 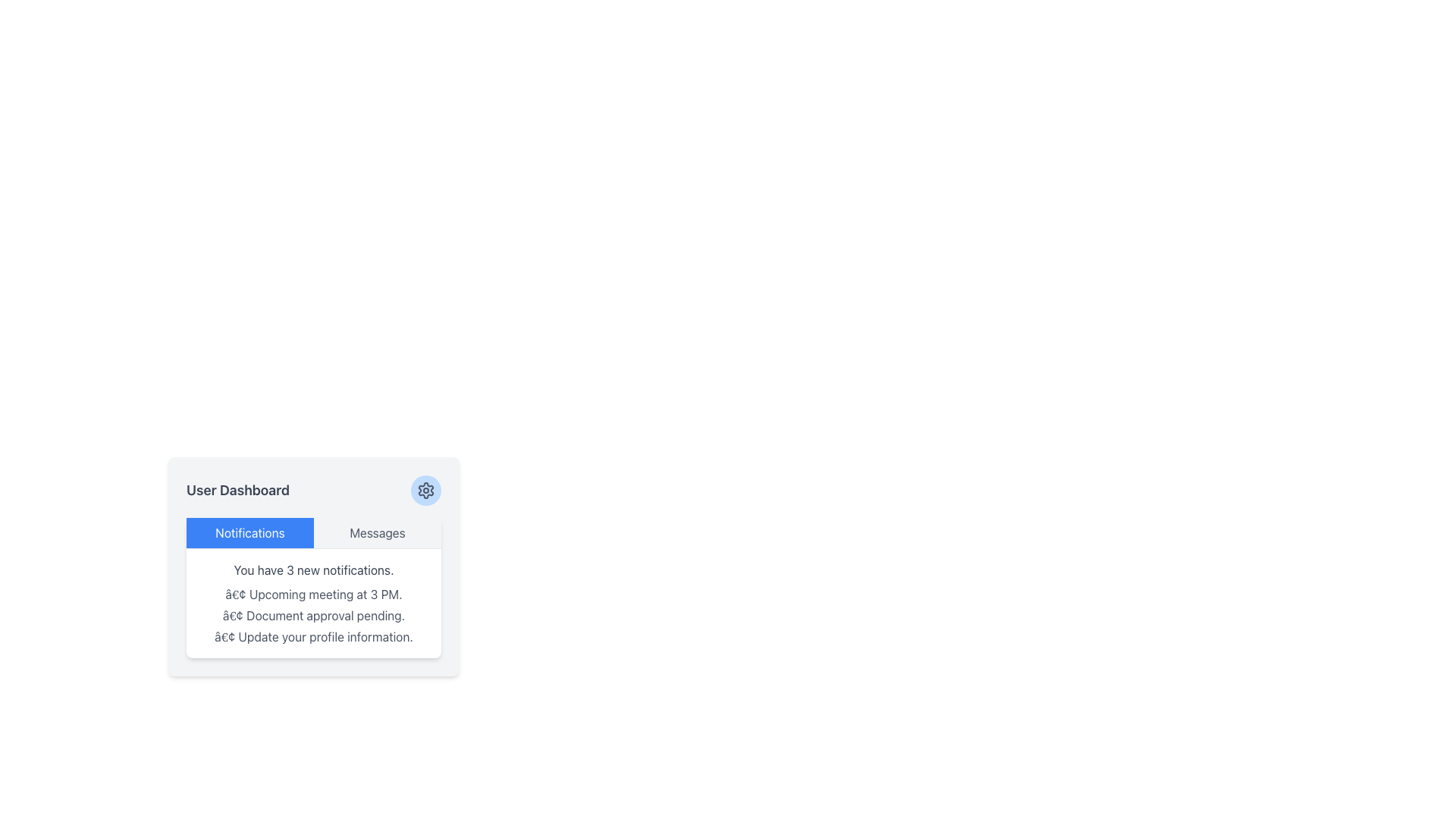 I want to click on the text content element displaying '• Document approval pending.' located in the notification section of the User Dashboard, which is styled in gray and is the second item in a bulleted list, so click(x=312, y=616).